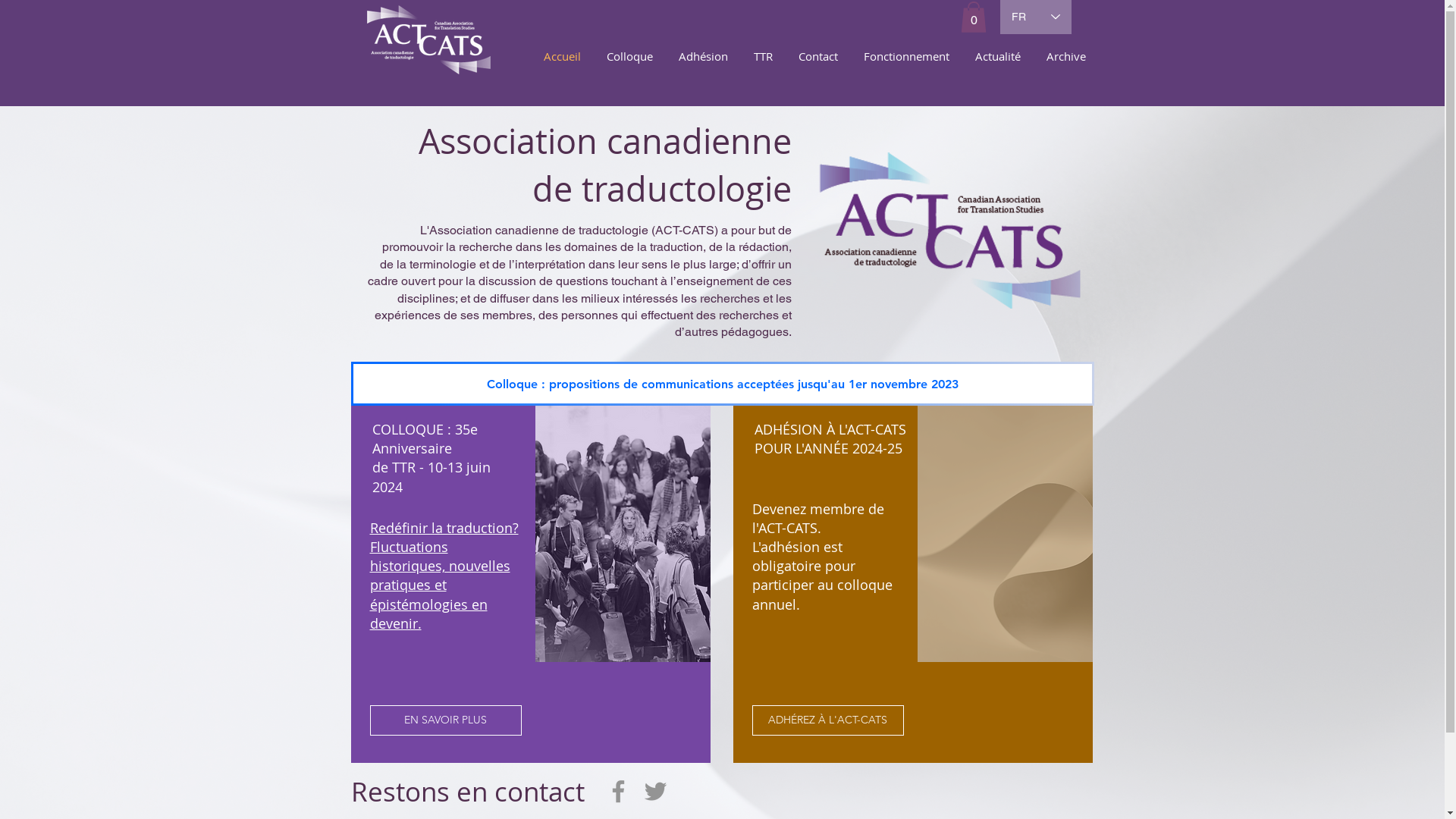 Image resolution: width=1456 pixels, height=819 pixels. I want to click on 'Archive', so click(1033, 55).